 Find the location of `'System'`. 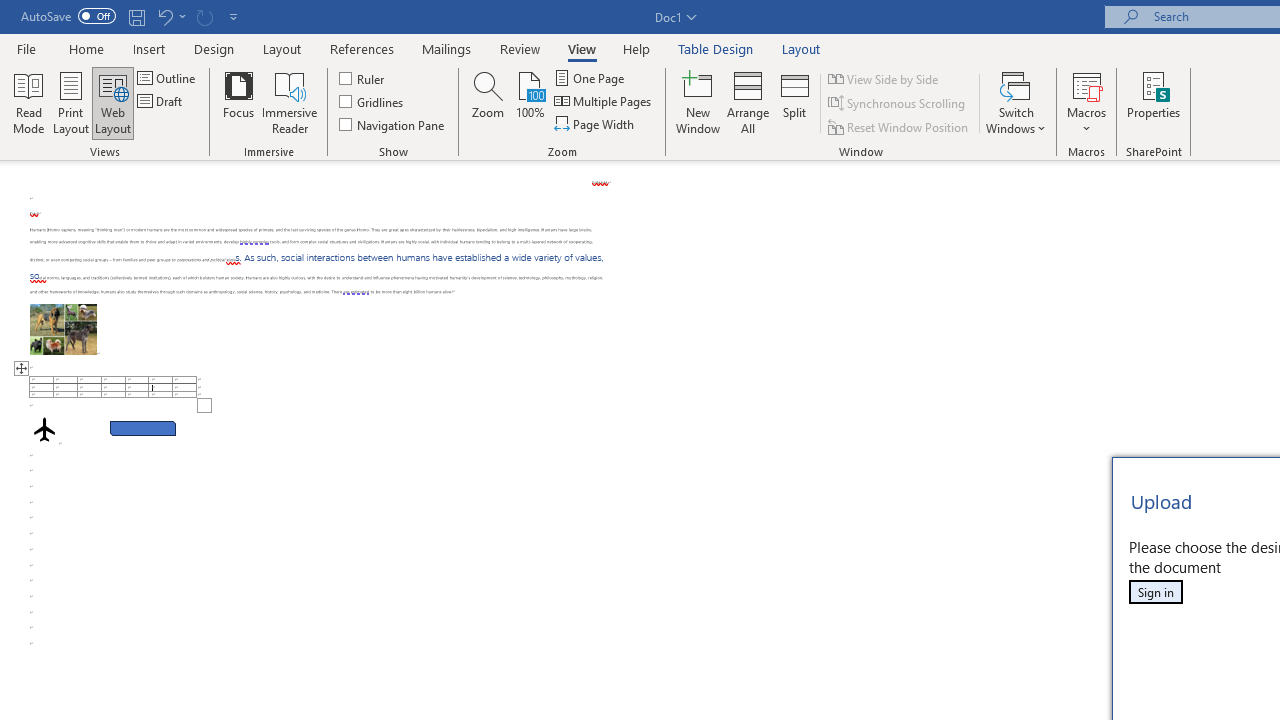

'System' is located at coordinates (10, 11).